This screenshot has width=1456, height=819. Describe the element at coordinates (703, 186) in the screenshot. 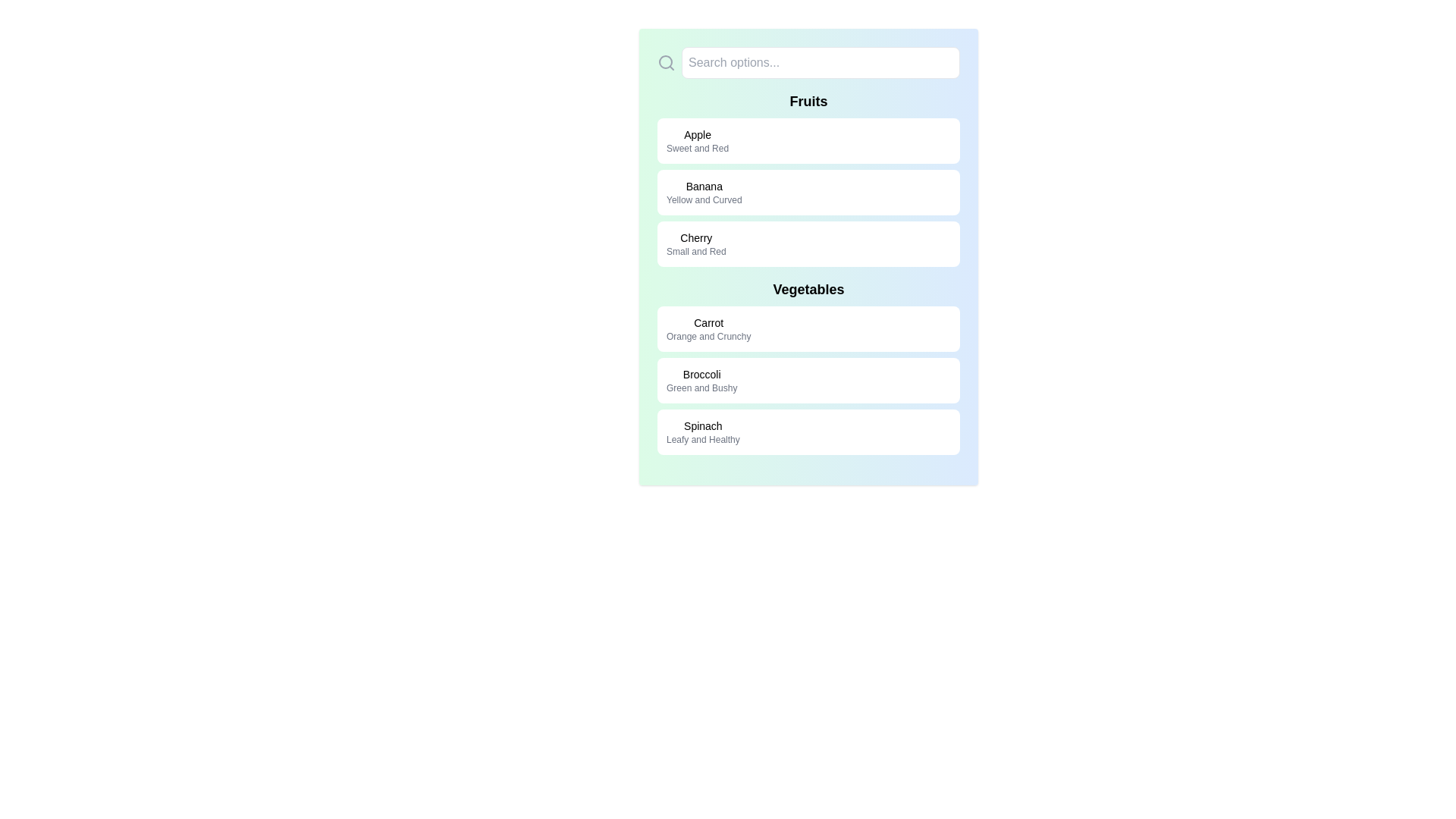

I see `text label displaying 'Banana' which is positioned in the Fruits section, above the secondary text 'Yellow and Curved'` at that location.